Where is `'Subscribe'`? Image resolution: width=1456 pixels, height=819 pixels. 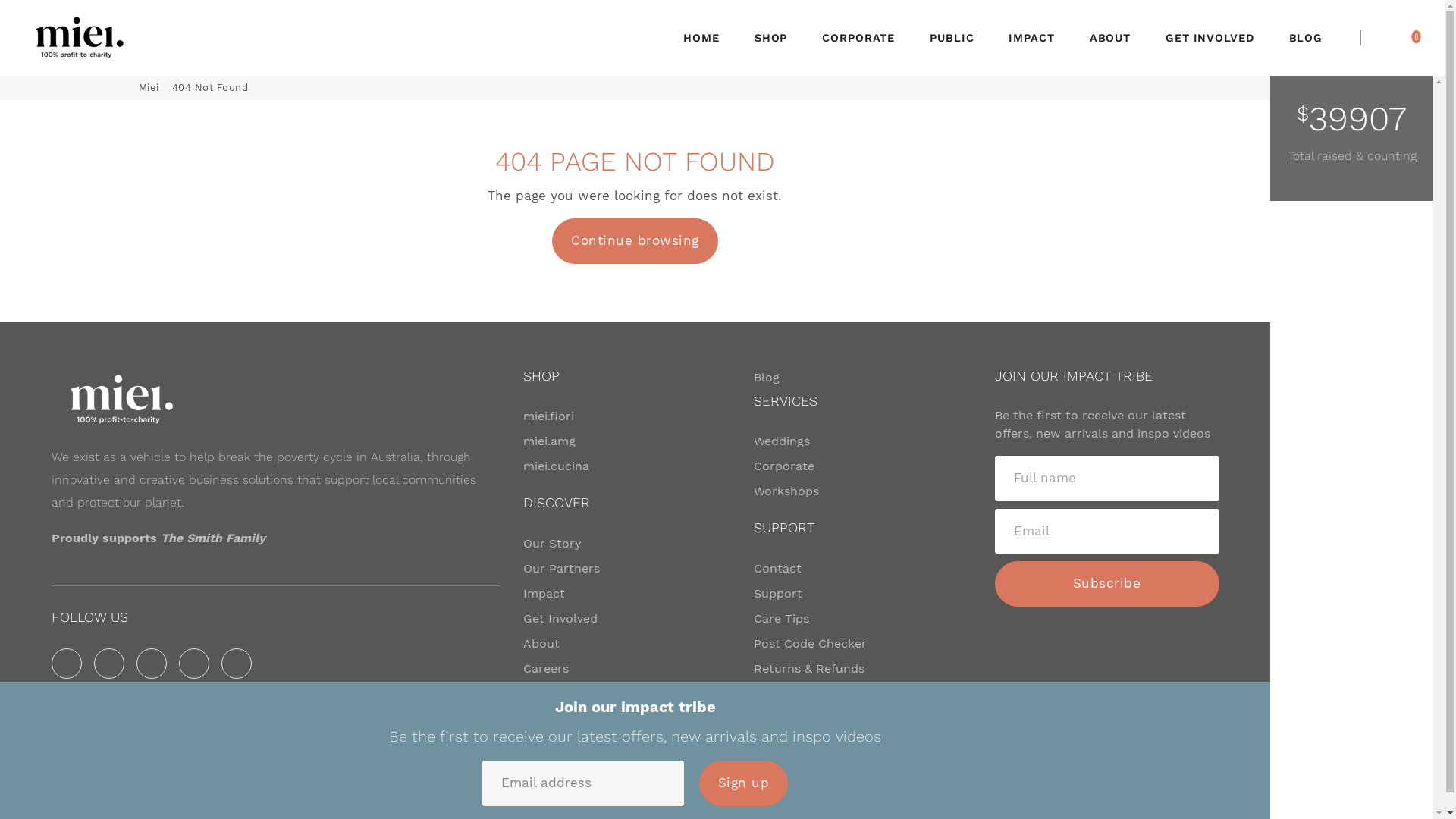 'Subscribe' is located at coordinates (1106, 583).